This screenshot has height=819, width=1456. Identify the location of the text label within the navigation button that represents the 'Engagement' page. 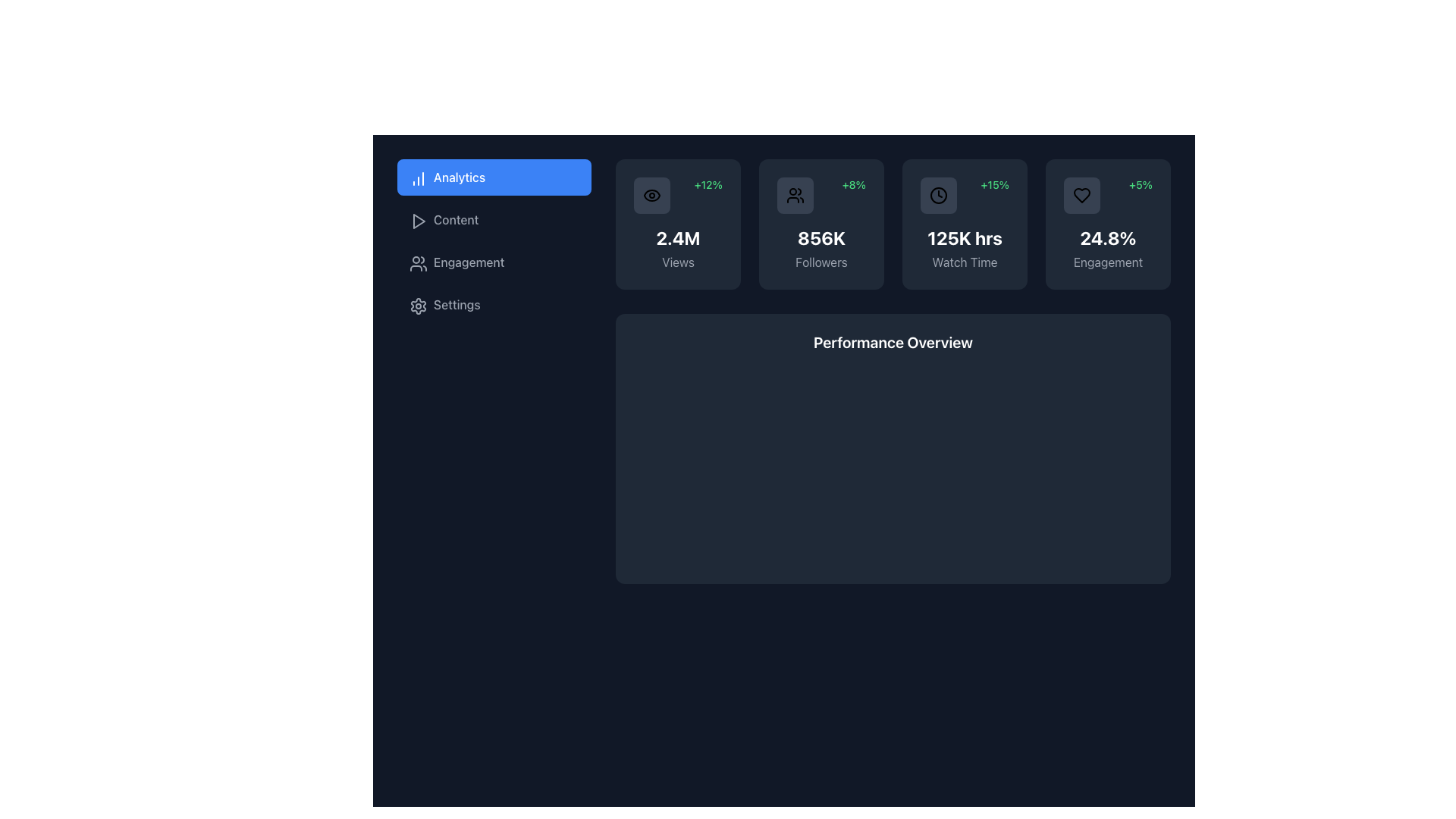
(468, 262).